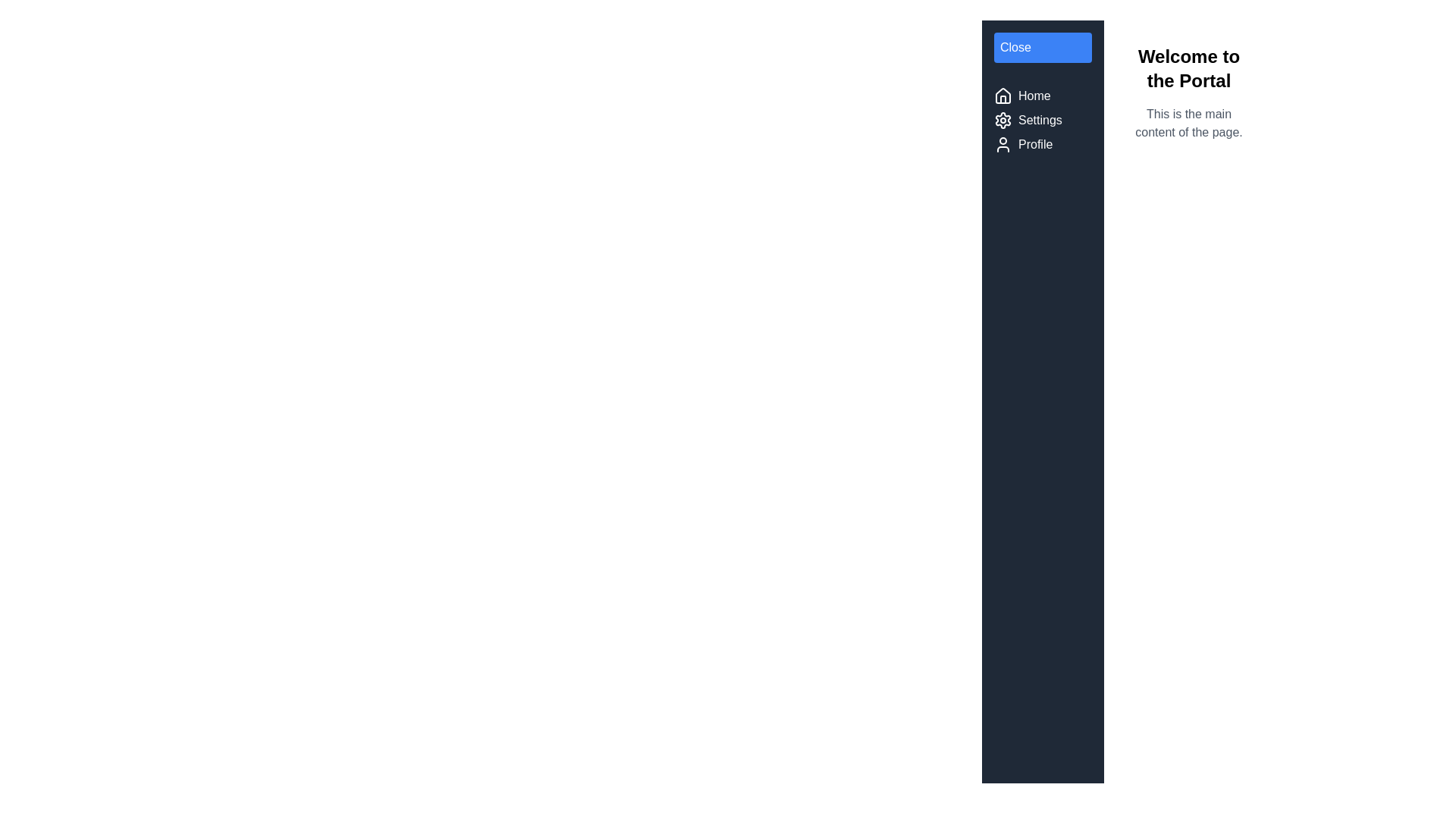 This screenshot has height=819, width=1456. What do you see at coordinates (1041, 96) in the screenshot?
I see `the first item in the vertically stacked navigation menu, which is an anchor link with an icon and text label` at bounding box center [1041, 96].